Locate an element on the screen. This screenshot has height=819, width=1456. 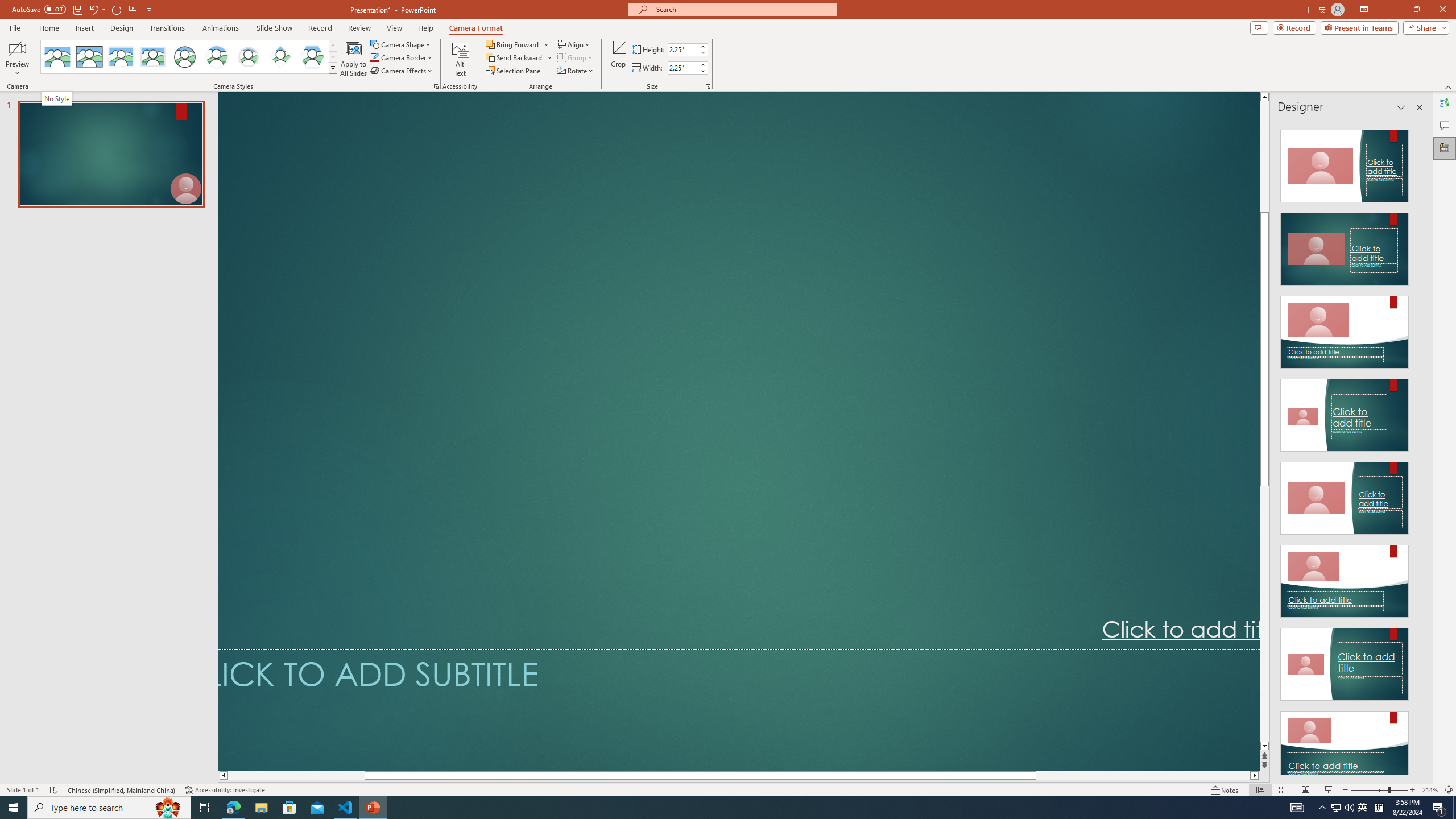
'Simple Frame Circle' is located at coordinates (185, 56).